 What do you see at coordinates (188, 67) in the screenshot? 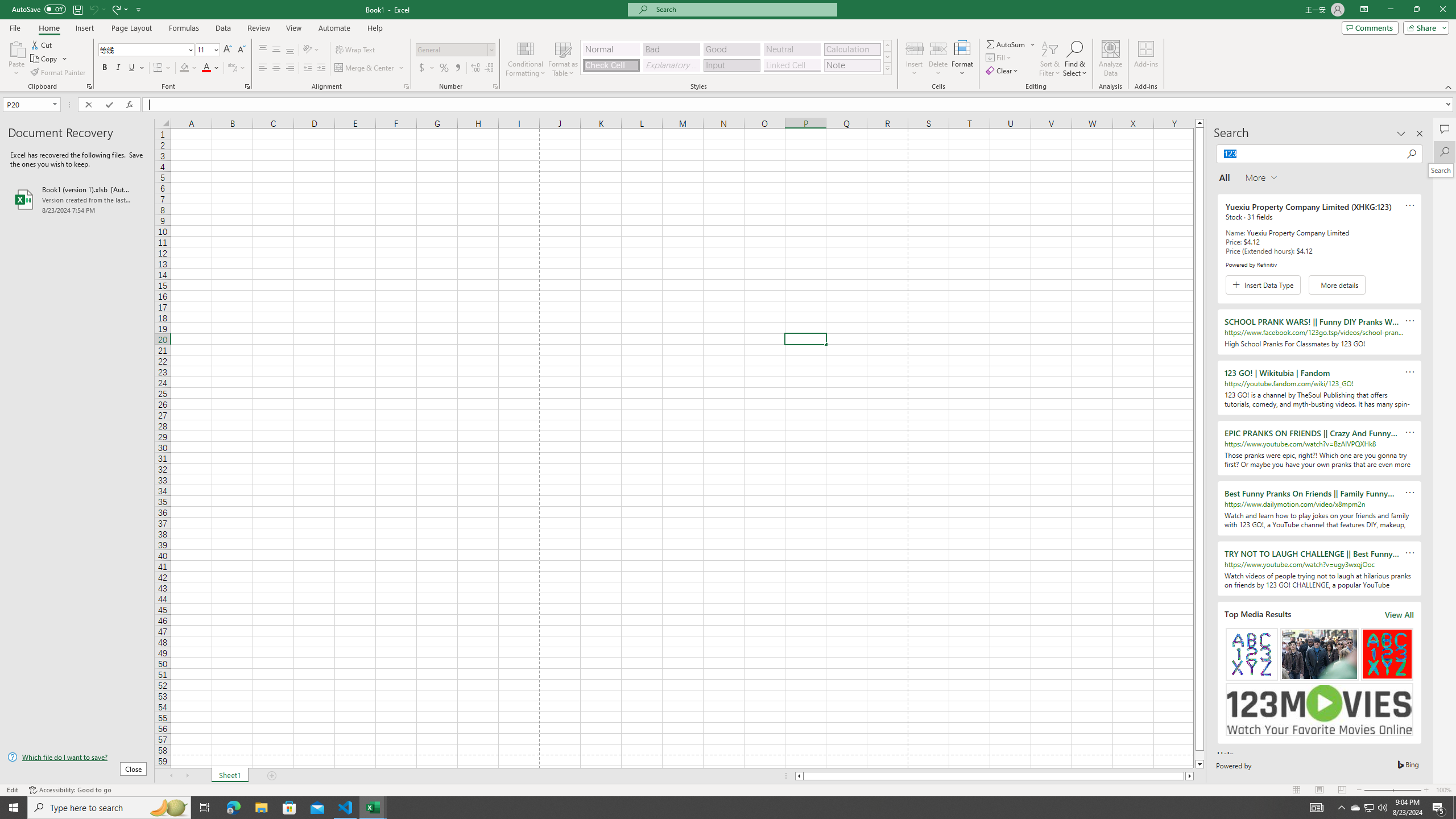
I see `'Fill Color'` at bounding box center [188, 67].